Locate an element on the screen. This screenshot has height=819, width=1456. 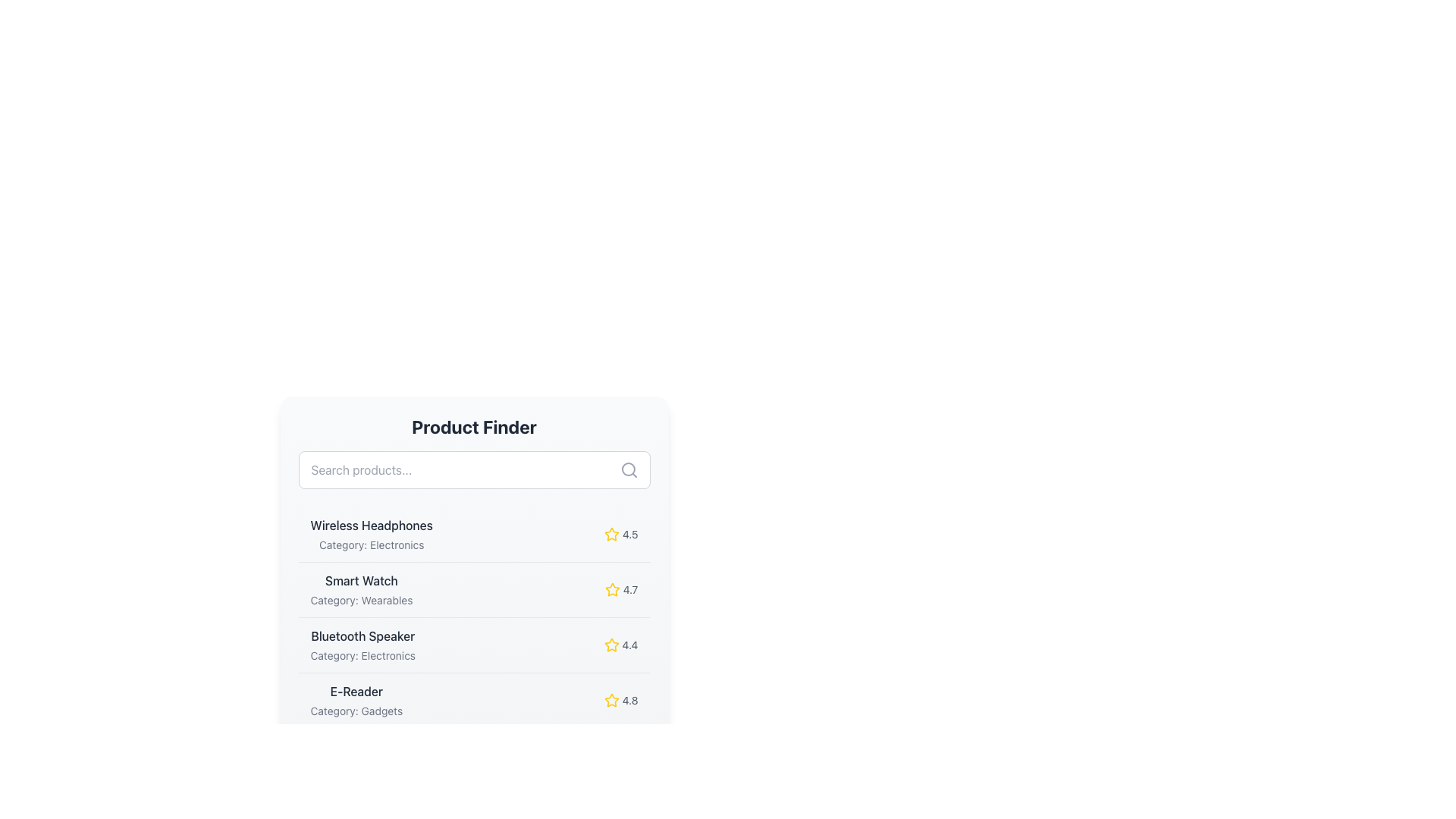
the text label displaying the rating score, which is located to the right of the star icon in the first list item under 'Wireless Headphones' in the 'Electronics' category is located at coordinates (630, 534).